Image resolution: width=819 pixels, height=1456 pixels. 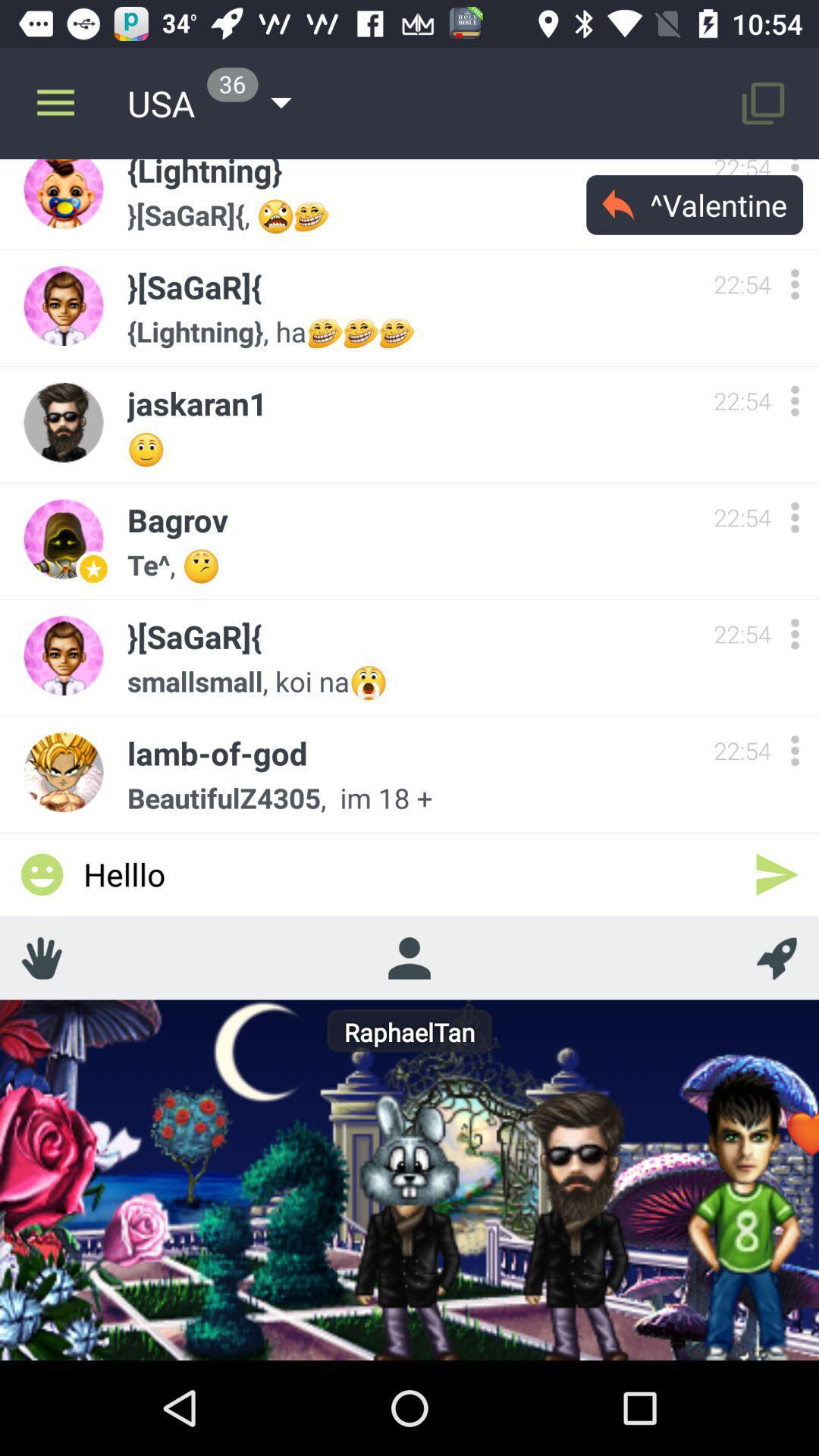 What do you see at coordinates (408, 957) in the screenshot?
I see `raphaeltan` at bounding box center [408, 957].